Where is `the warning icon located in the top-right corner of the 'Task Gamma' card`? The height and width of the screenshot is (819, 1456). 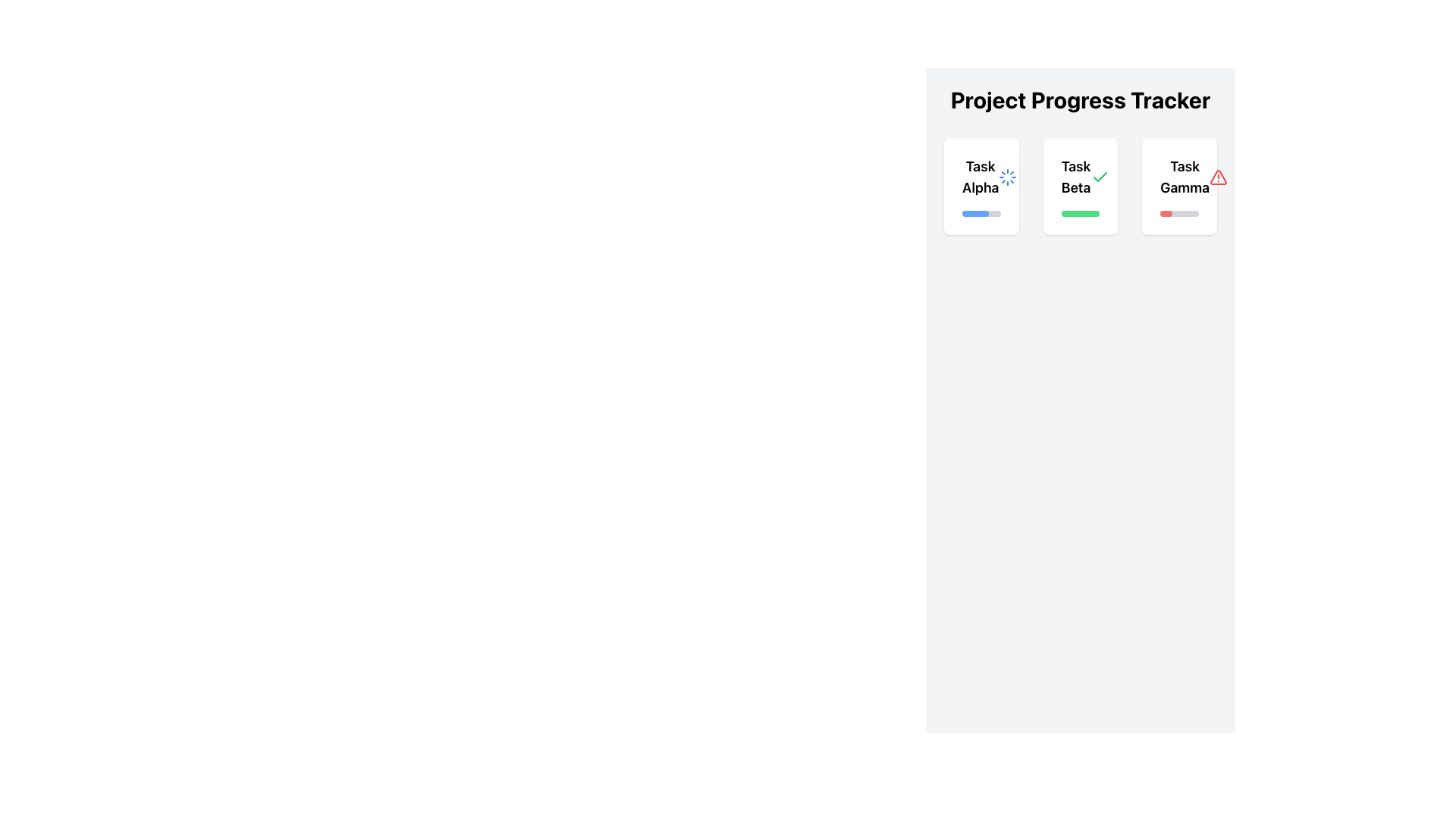
the warning icon located in the top-right corner of the 'Task Gamma' card is located at coordinates (1219, 177).